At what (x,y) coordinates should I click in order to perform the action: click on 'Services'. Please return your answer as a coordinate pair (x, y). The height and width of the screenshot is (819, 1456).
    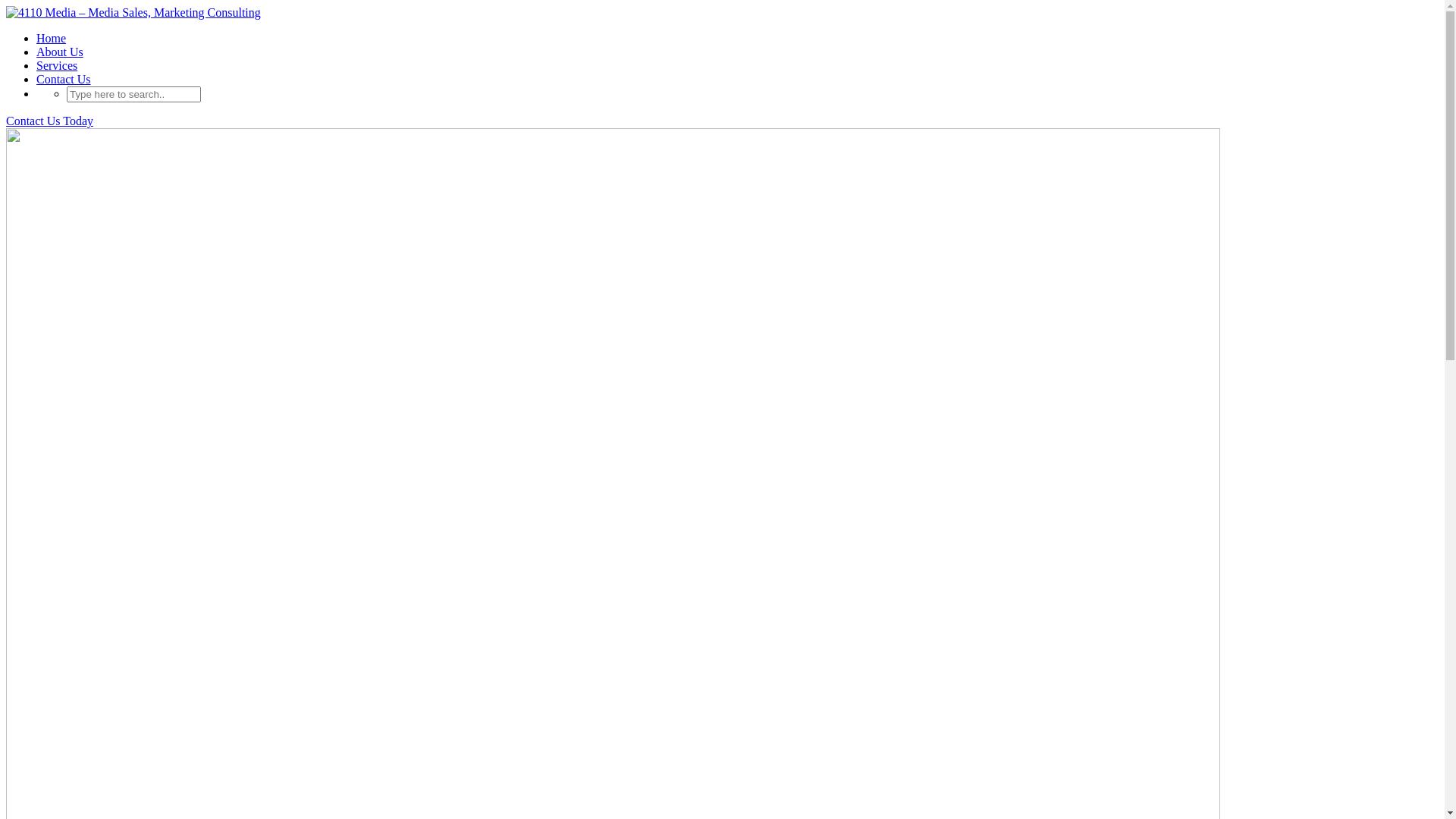
    Looking at the image, I should click on (57, 64).